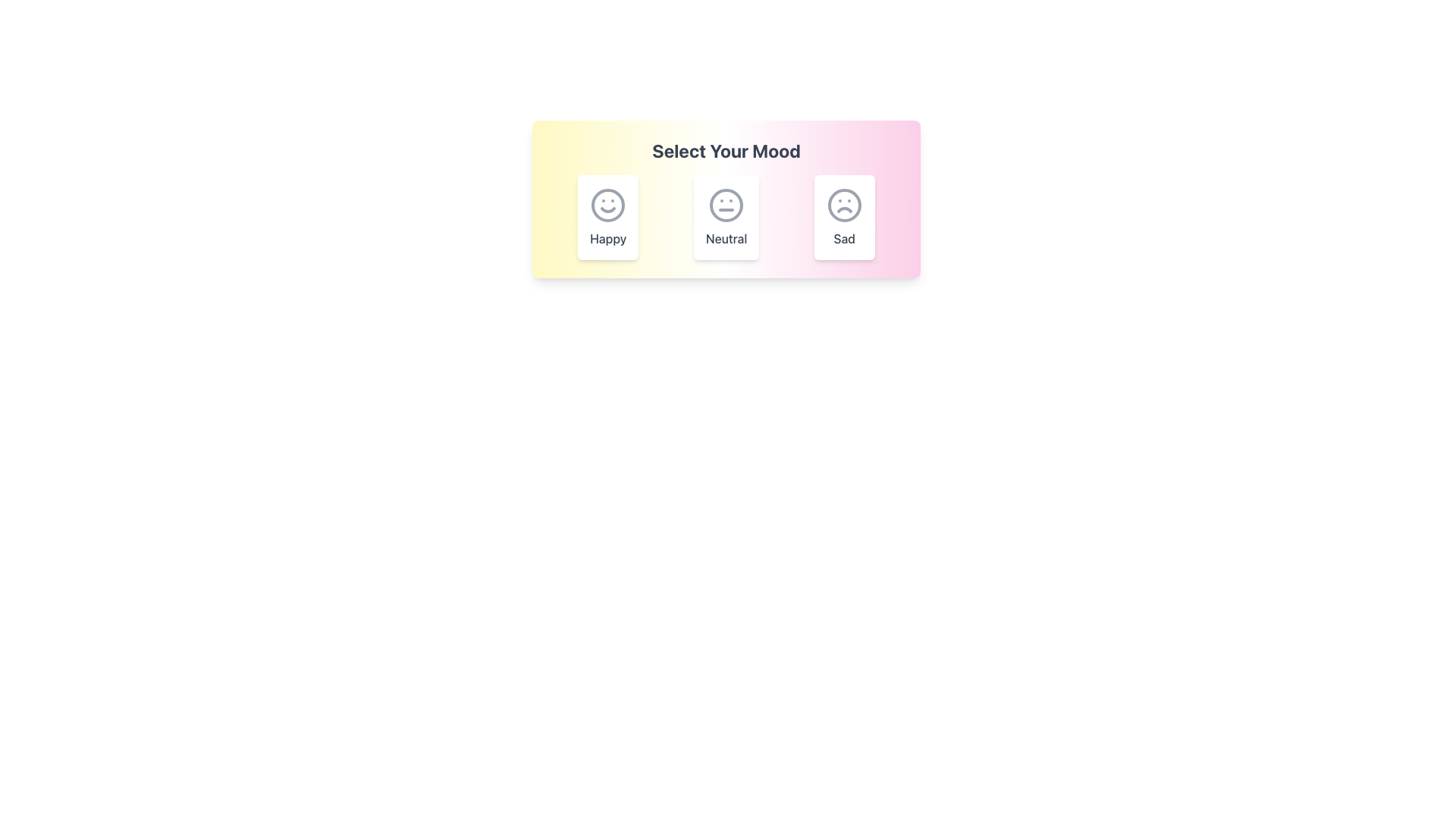  I want to click on the third mood selection card labeled 'Sad', which features a sad face icon and is located at the rightmost position among the options, so click(843, 217).